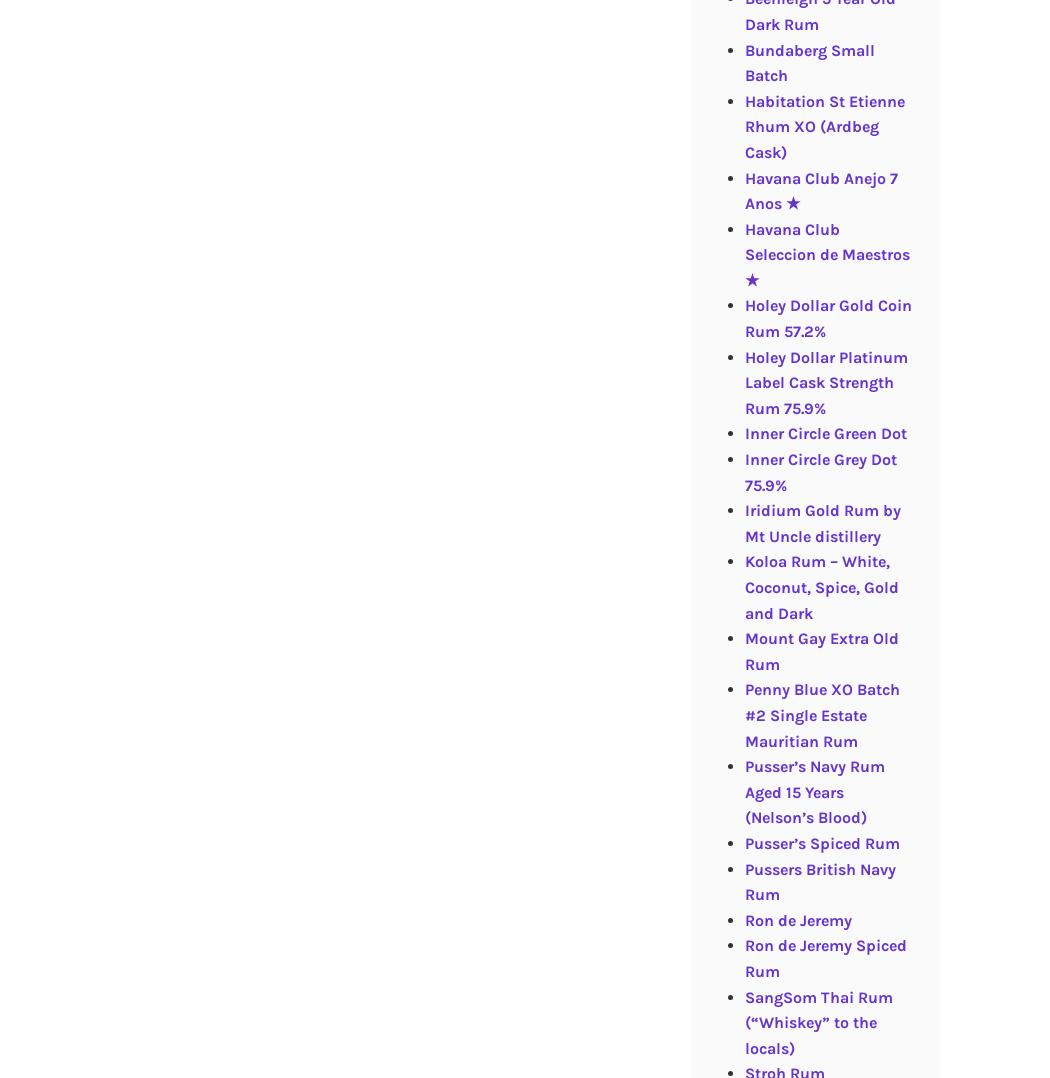 This screenshot has height=1078, width=1050. What do you see at coordinates (743, 433) in the screenshot?
I see `'Inner Circle Green Dot'` at bounding box center [743, 433].